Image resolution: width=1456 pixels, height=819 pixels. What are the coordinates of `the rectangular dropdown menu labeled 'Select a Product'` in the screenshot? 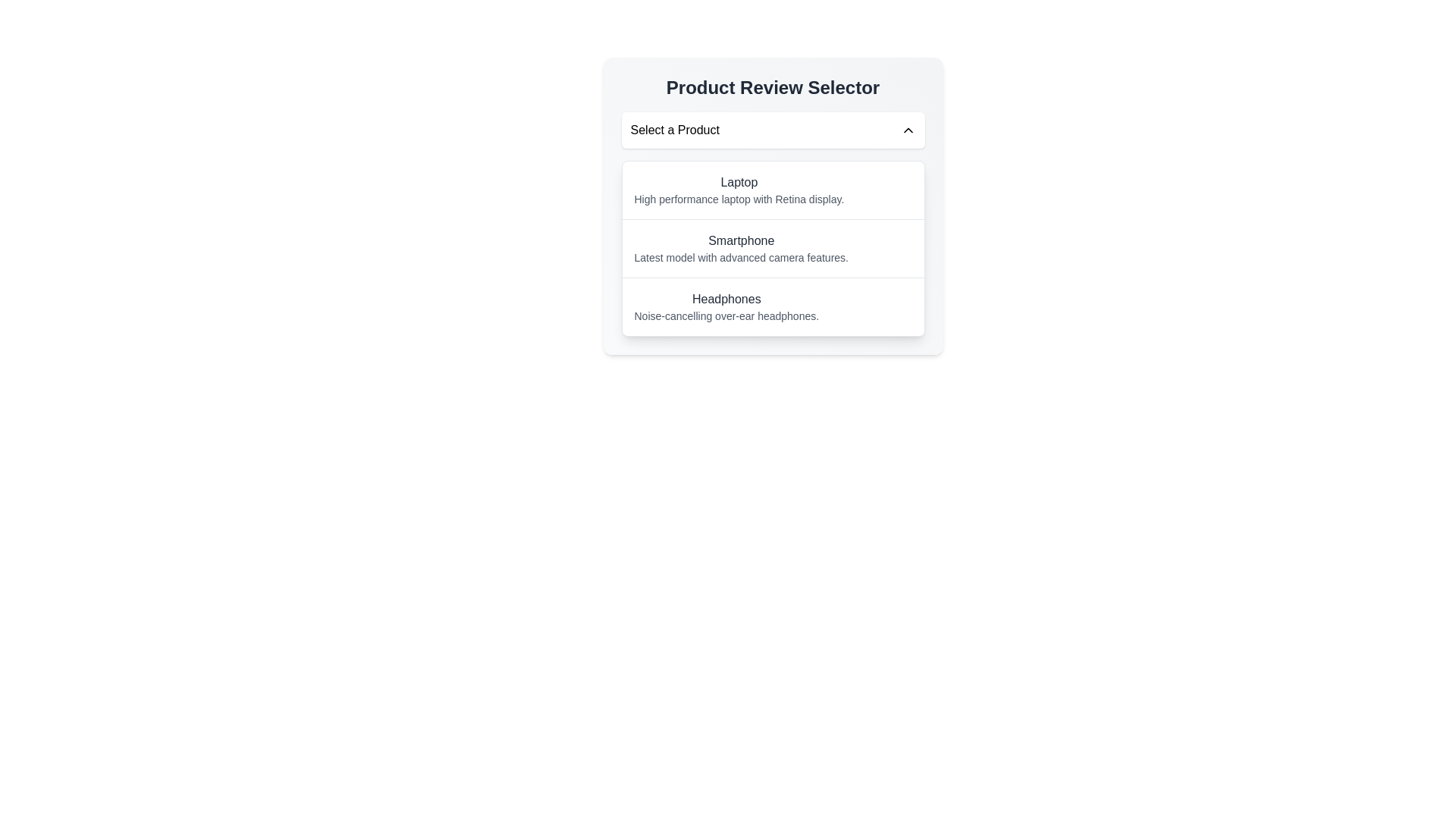 It's located at (773, 130).